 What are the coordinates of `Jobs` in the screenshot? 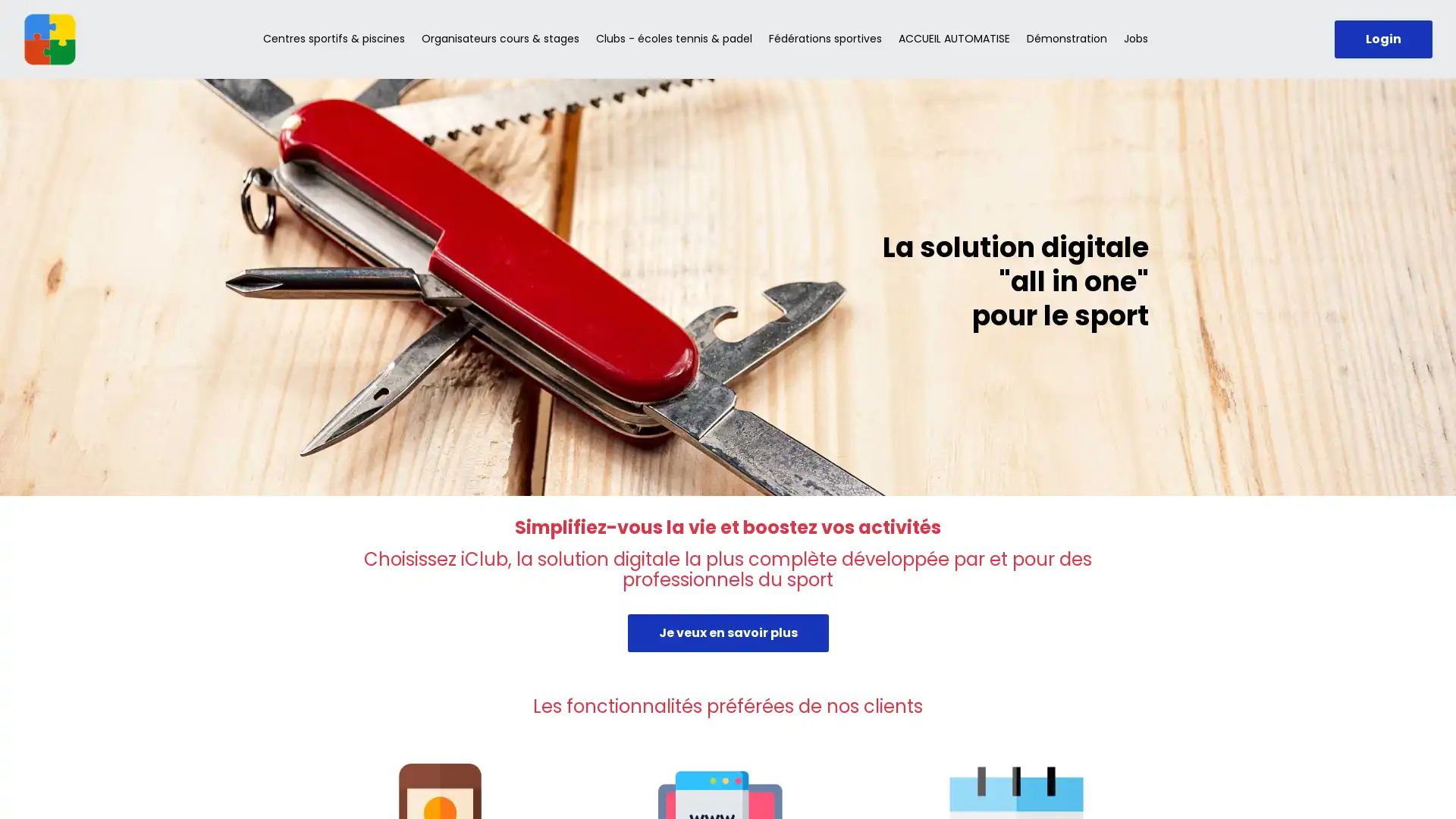 It's located at (1135, 38).